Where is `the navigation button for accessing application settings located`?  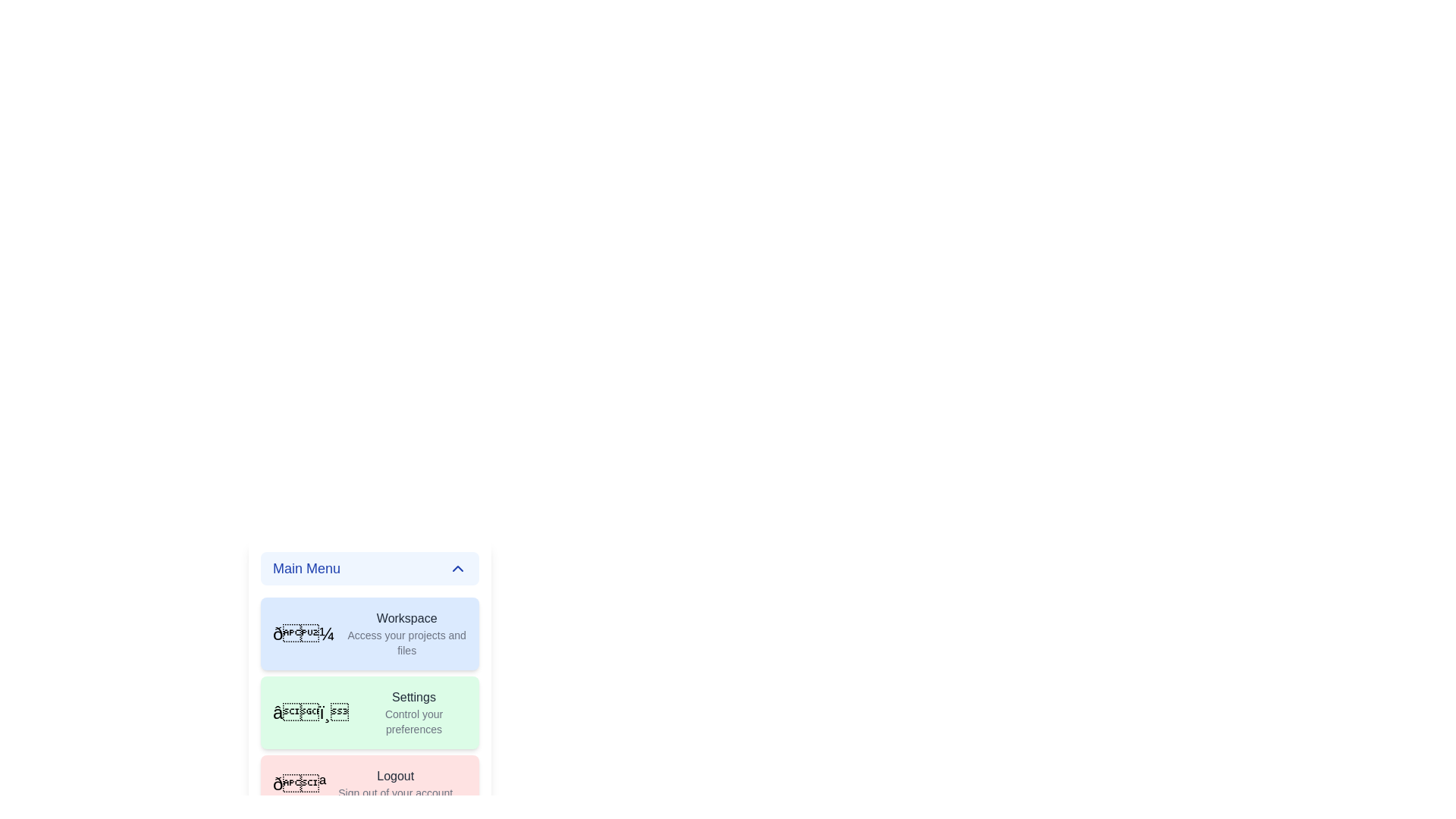
the navigation button for accessing application settings located is located at coordinates (370, 704).